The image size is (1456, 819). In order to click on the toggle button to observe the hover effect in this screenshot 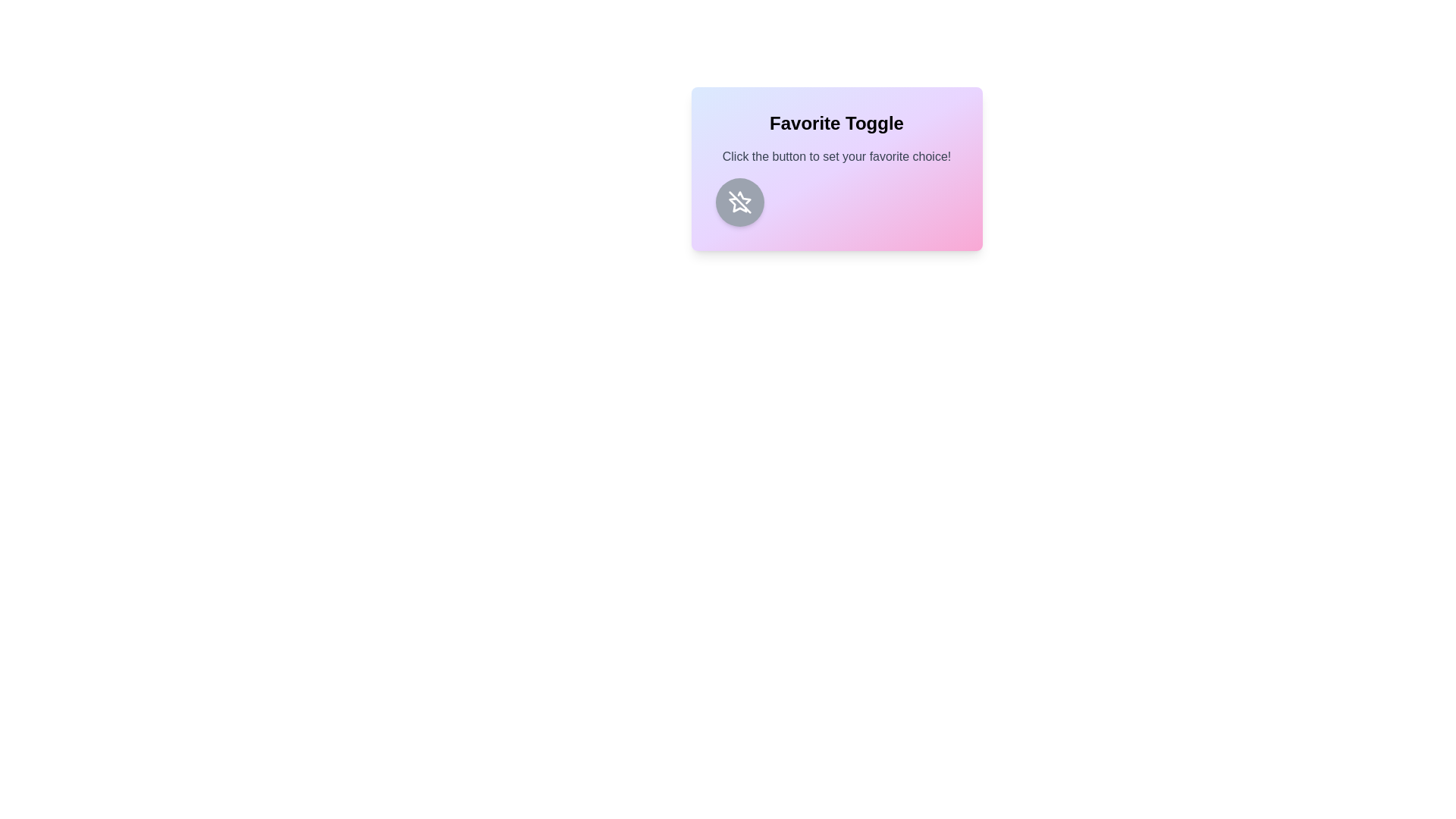, I will do `click(739, 201)`.